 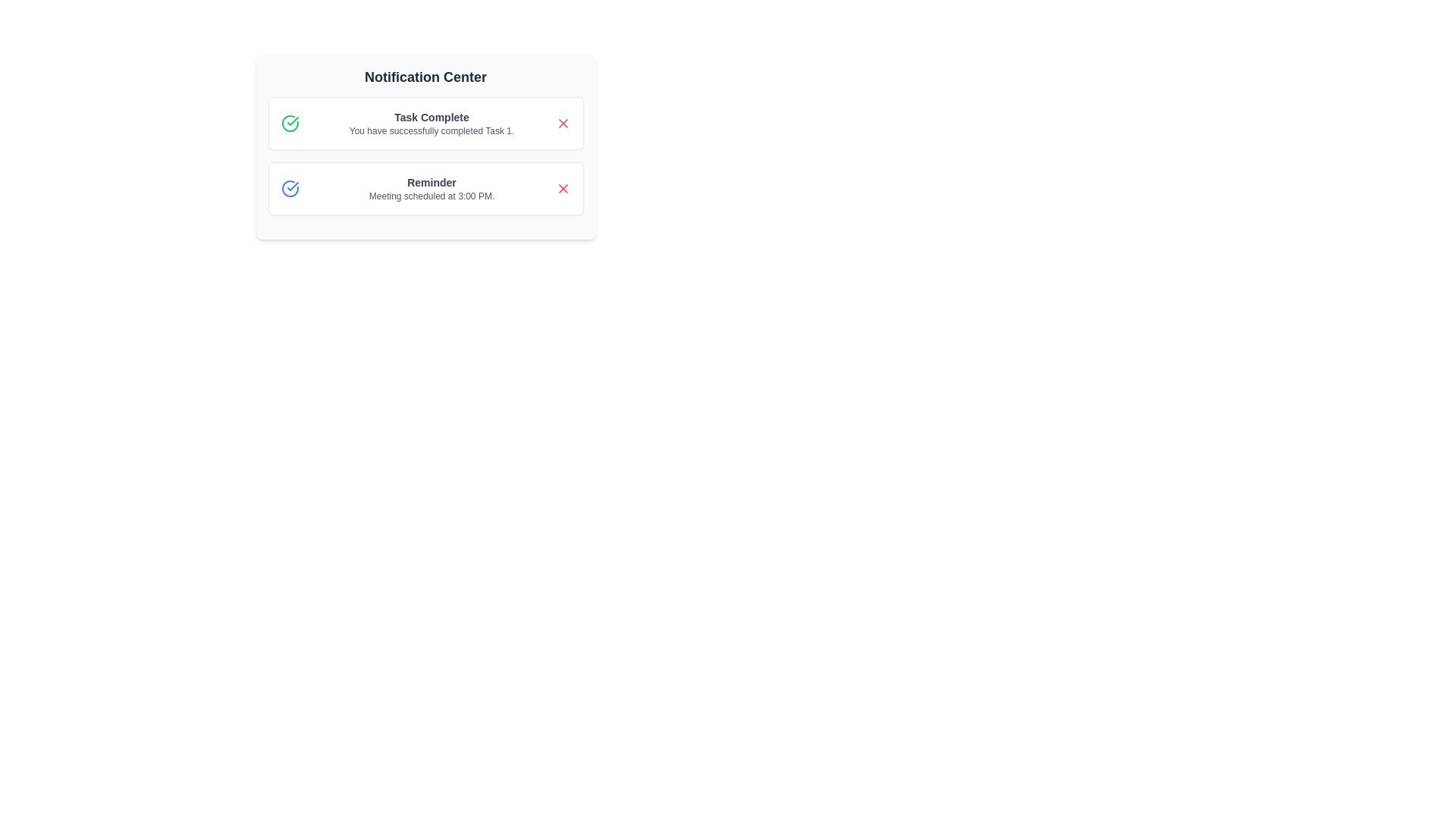 What do you see at coordinates (431, 181) in the screenshot?
I see `the heading text element located in the second notification card beneath the Notification Center header` at bounding box center [431, 181].